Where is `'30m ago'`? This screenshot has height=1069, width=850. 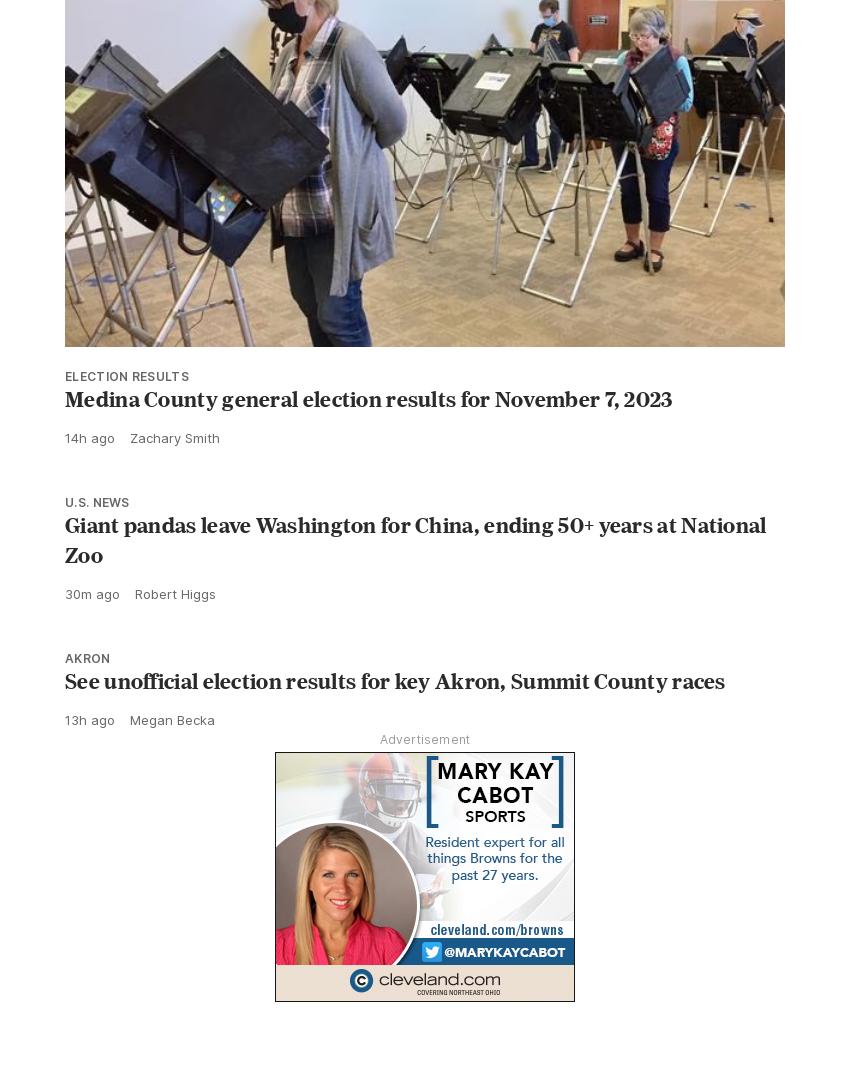
'30m ago' is located at coordinates (91, 594).